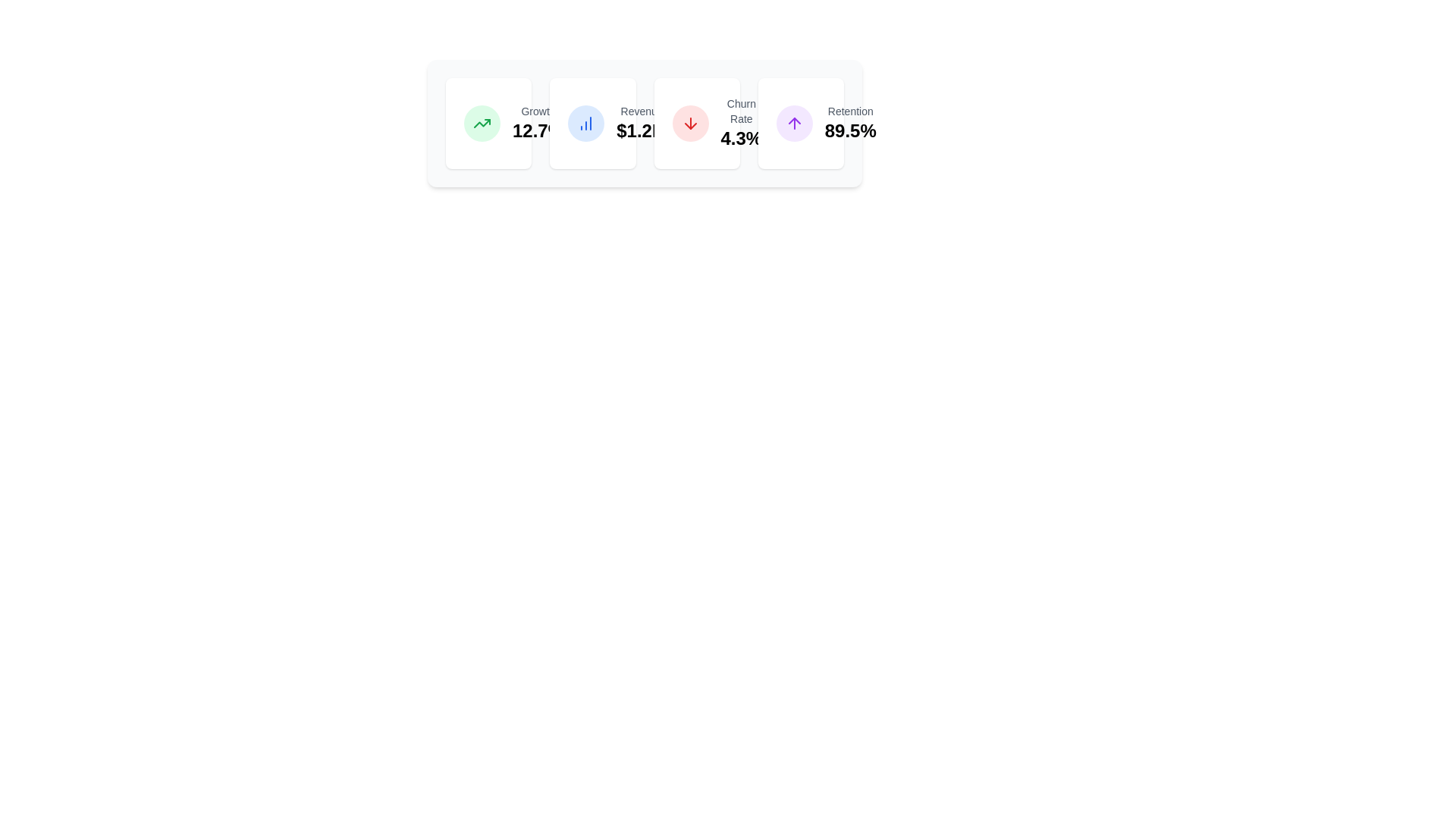  What do you see at coordinates (591, 122) in the screenshot?
I see `the Card displaying the revenue metric, which is the second card in the dashboard widget, situated between the 'Growth 12.7%' card on the left and the 'Churn Rate 4.3%' card on the right` at bounding box center [591, 122].